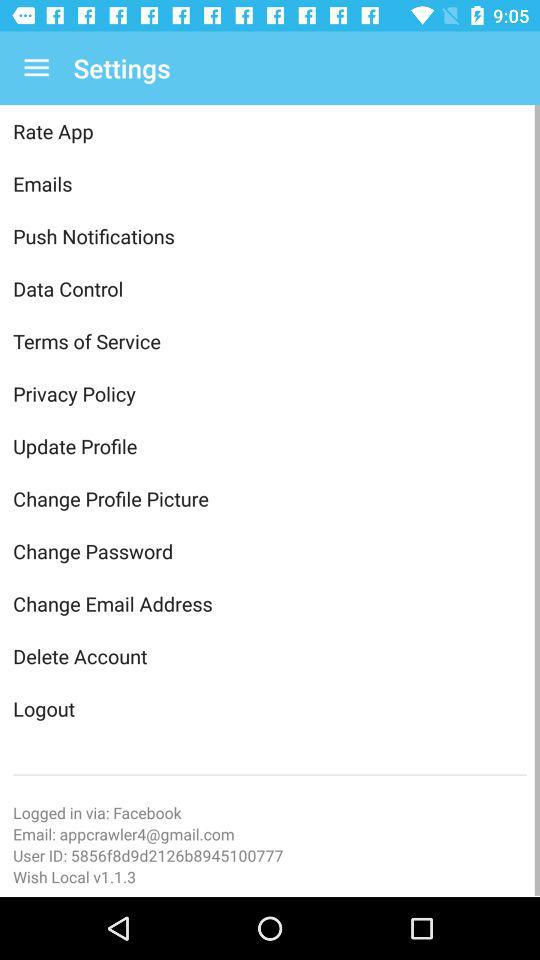 The height and width of the screenshot is (960, 540). Describe the element at coordinates (270, 341) in the screenshot. I see `the terms of service` at that location.